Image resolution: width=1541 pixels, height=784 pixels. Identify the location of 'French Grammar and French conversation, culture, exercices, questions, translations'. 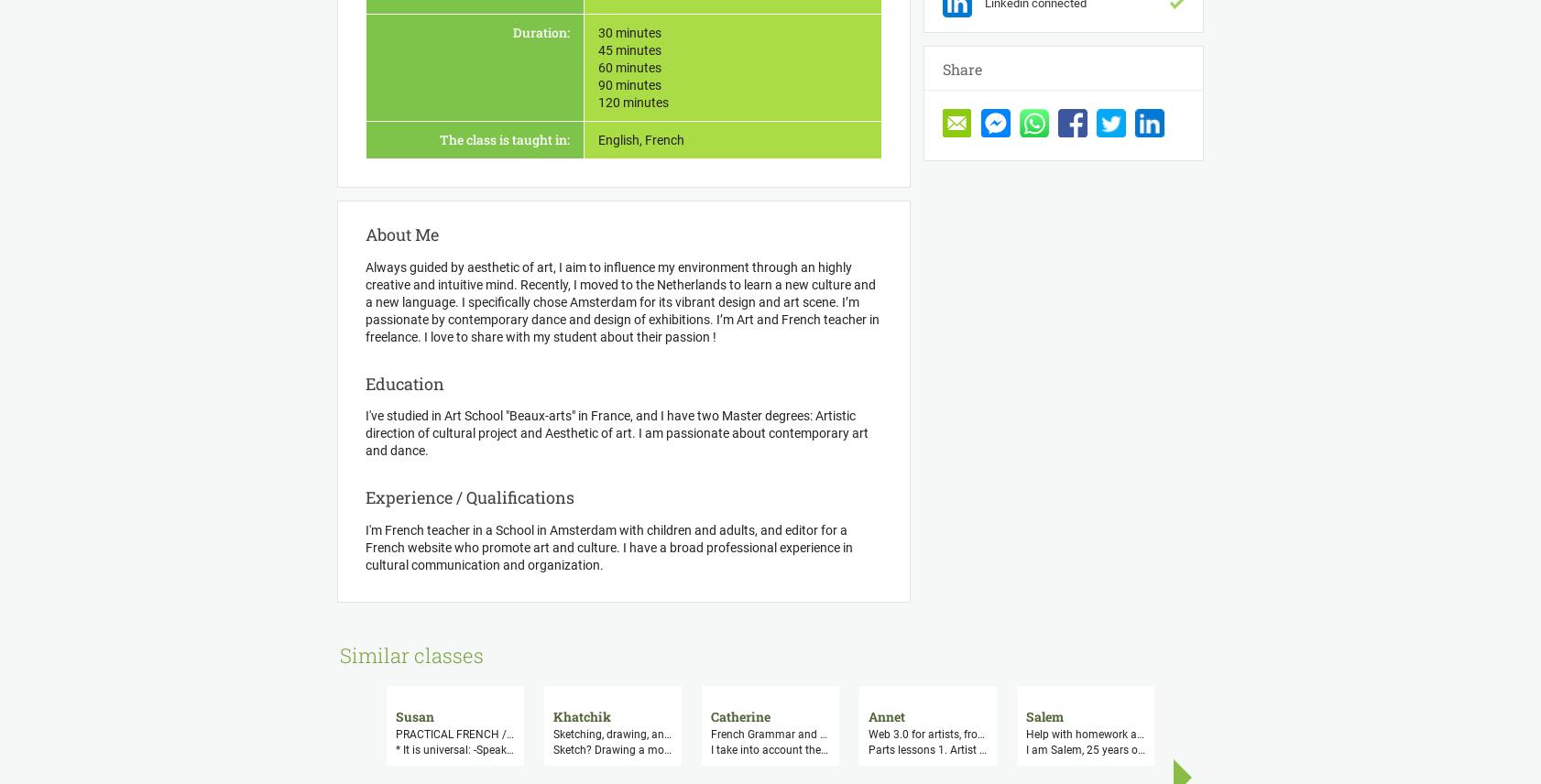
(917, 734).